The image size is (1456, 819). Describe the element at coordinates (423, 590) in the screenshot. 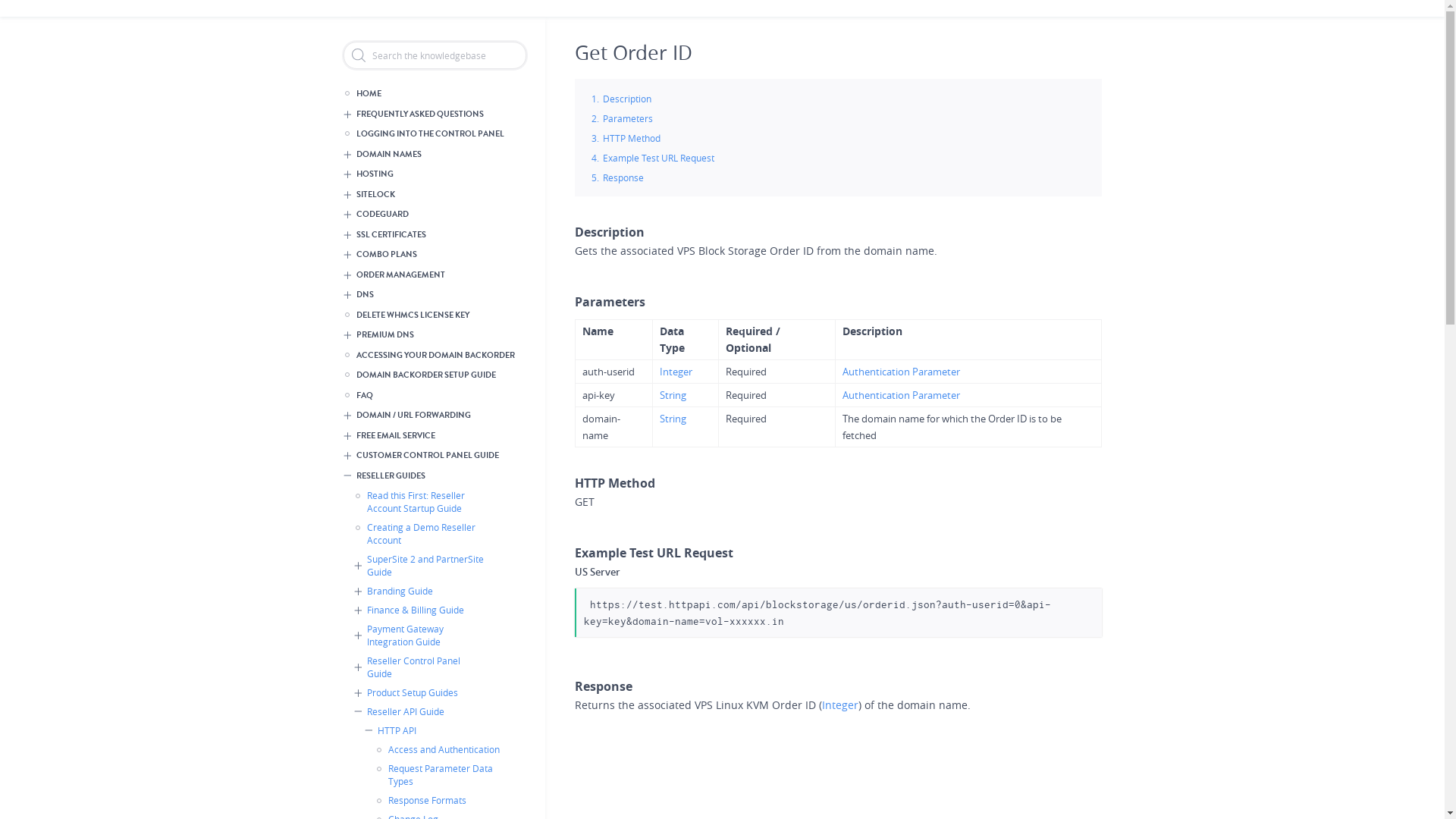

I see `'Branding Guide'` at that location.